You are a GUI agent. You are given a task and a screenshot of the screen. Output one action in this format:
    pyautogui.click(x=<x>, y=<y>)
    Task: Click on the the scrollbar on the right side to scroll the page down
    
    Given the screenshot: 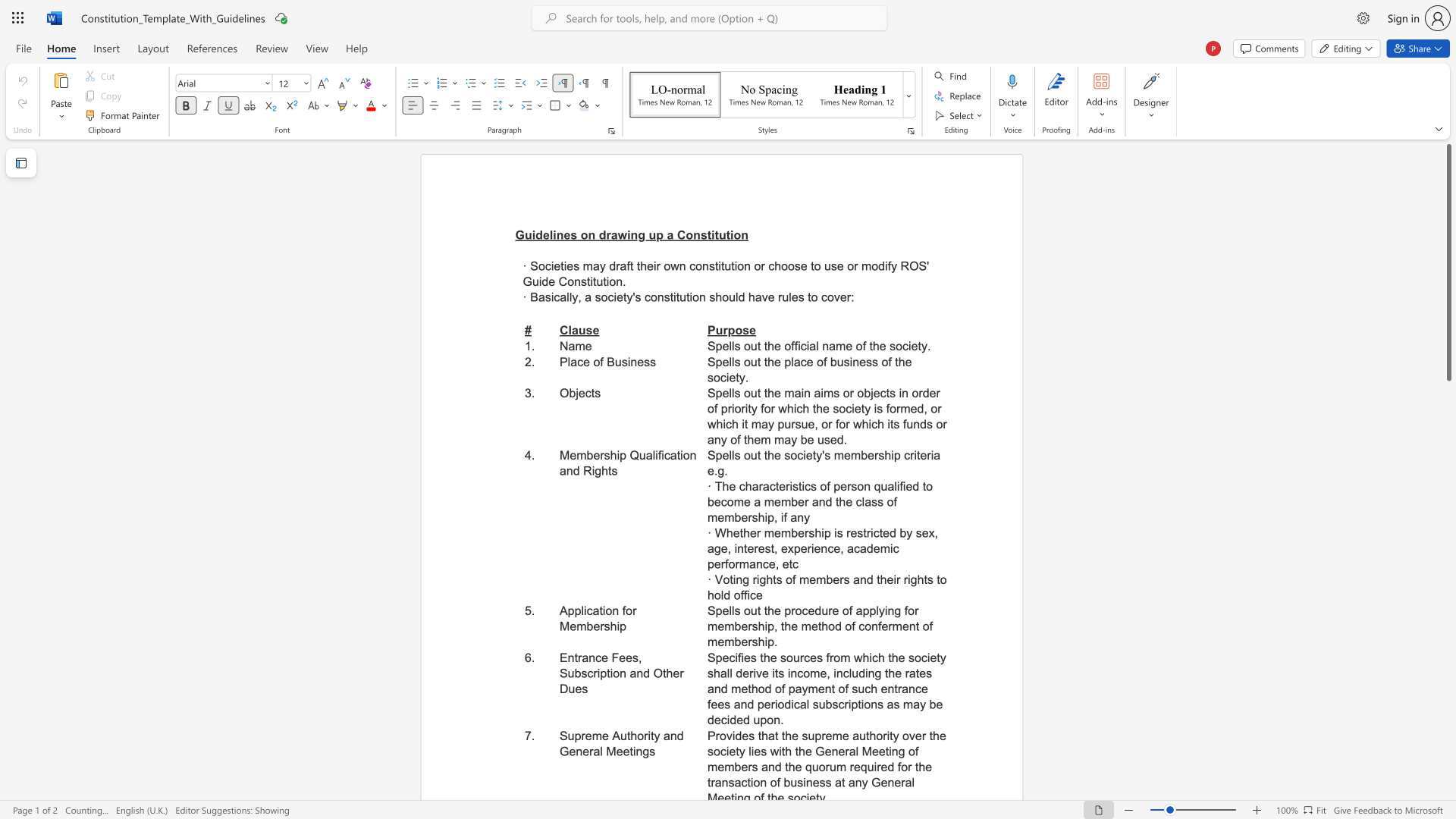 What is the action you would take?
    pyautogui.click(x=1448, y=493)
    